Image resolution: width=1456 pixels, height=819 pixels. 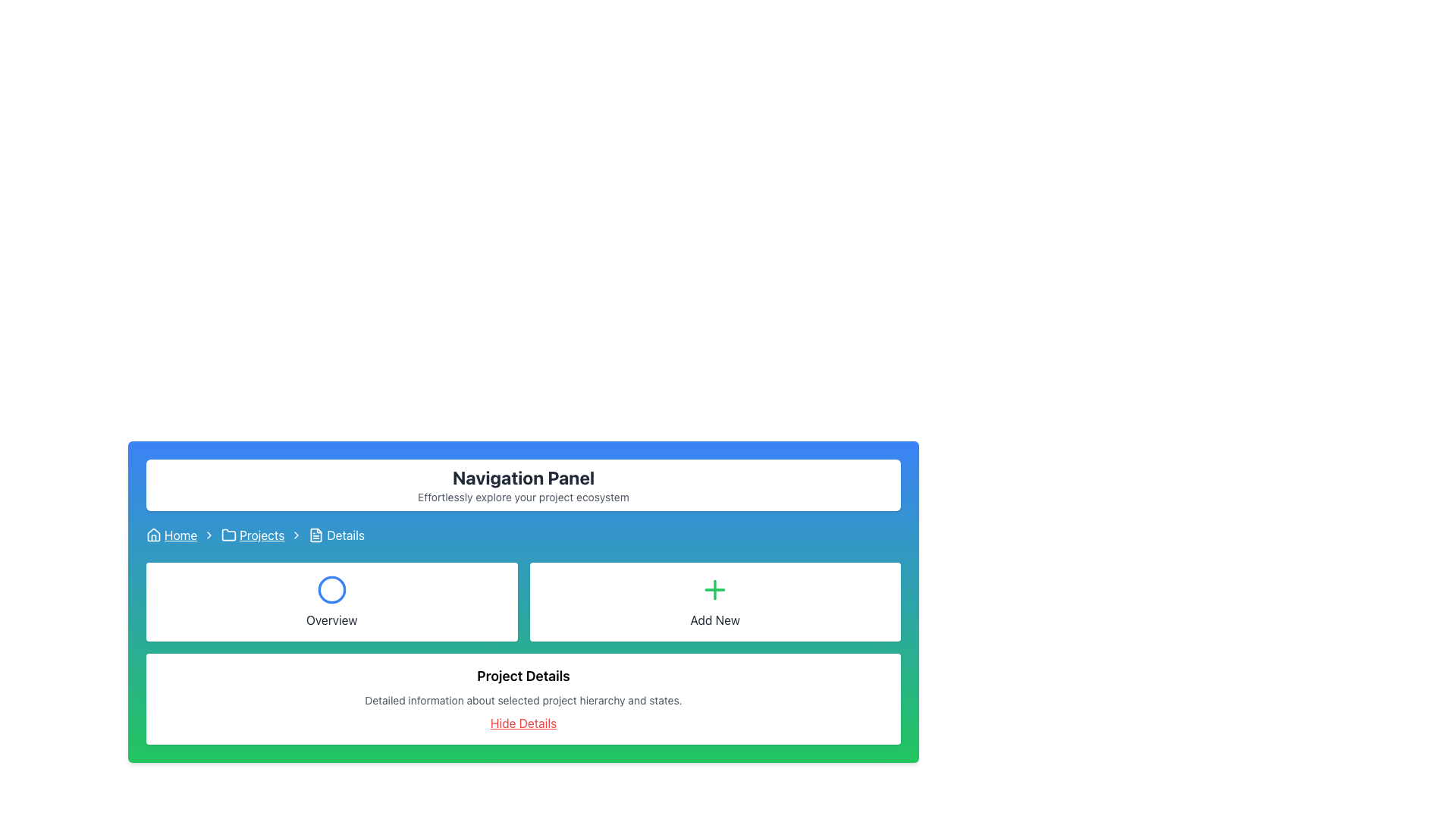 What do you see at coordinates (153, 534) in the screenshot?
I see `the home icon located at the top-left side of the interface, adjacent to the text labeled 'Home'` at bounding box center [153, 534].